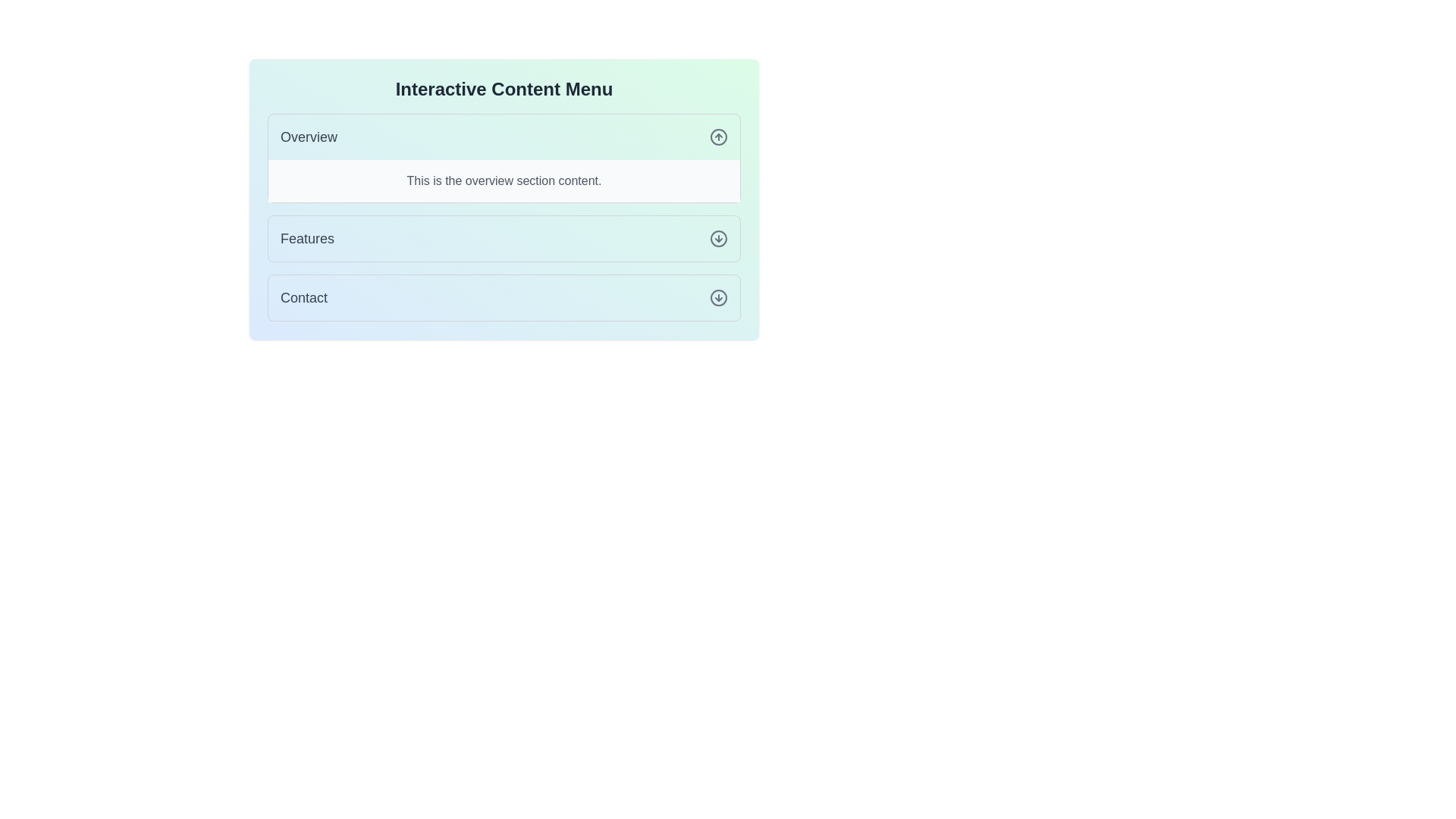 The image size is (1456, 819). I want to click on the 'Overview' expandable section, so click(504, 158).